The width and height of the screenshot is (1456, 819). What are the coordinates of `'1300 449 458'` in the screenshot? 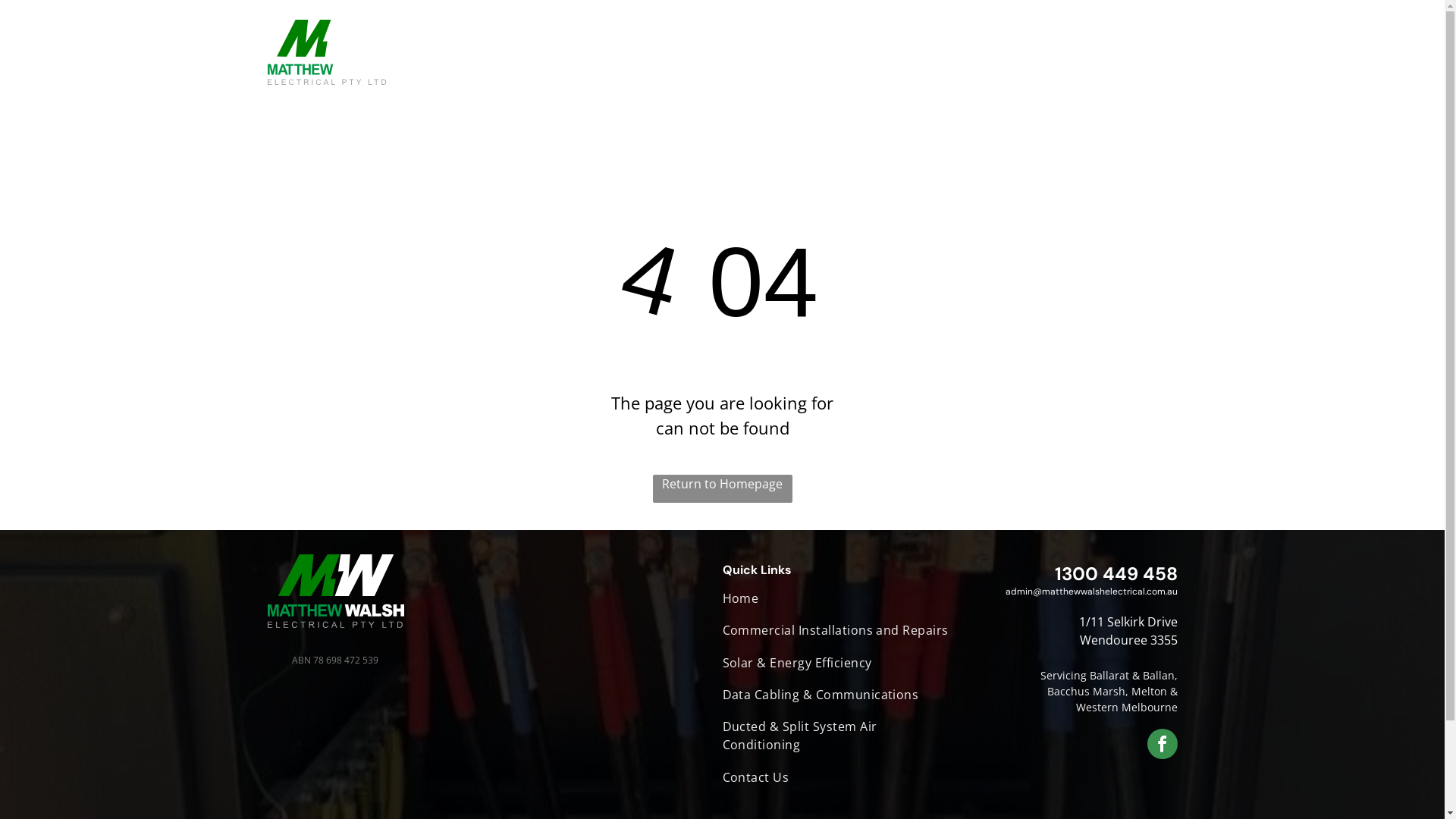 It's located at (1115, 573).